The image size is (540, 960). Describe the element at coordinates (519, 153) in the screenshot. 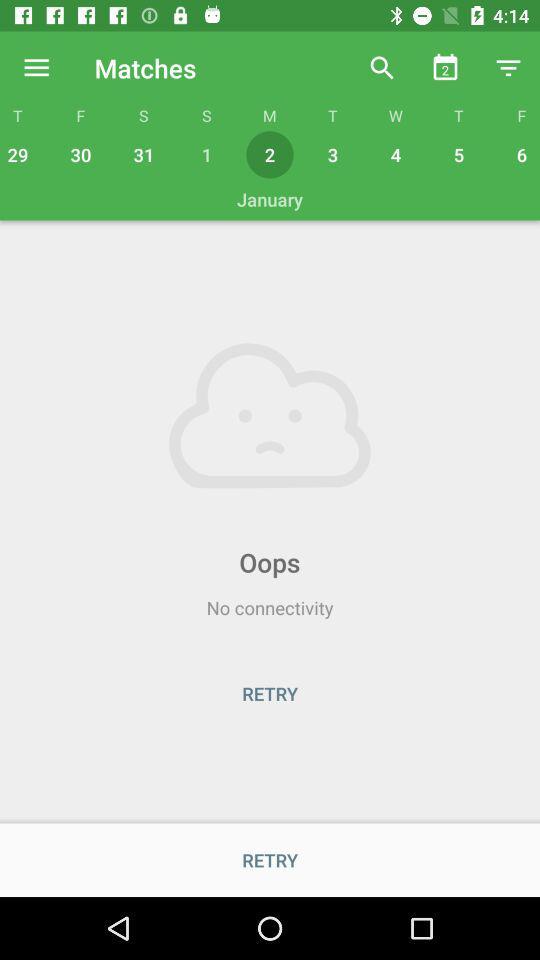

I see `the item above january` at that location.